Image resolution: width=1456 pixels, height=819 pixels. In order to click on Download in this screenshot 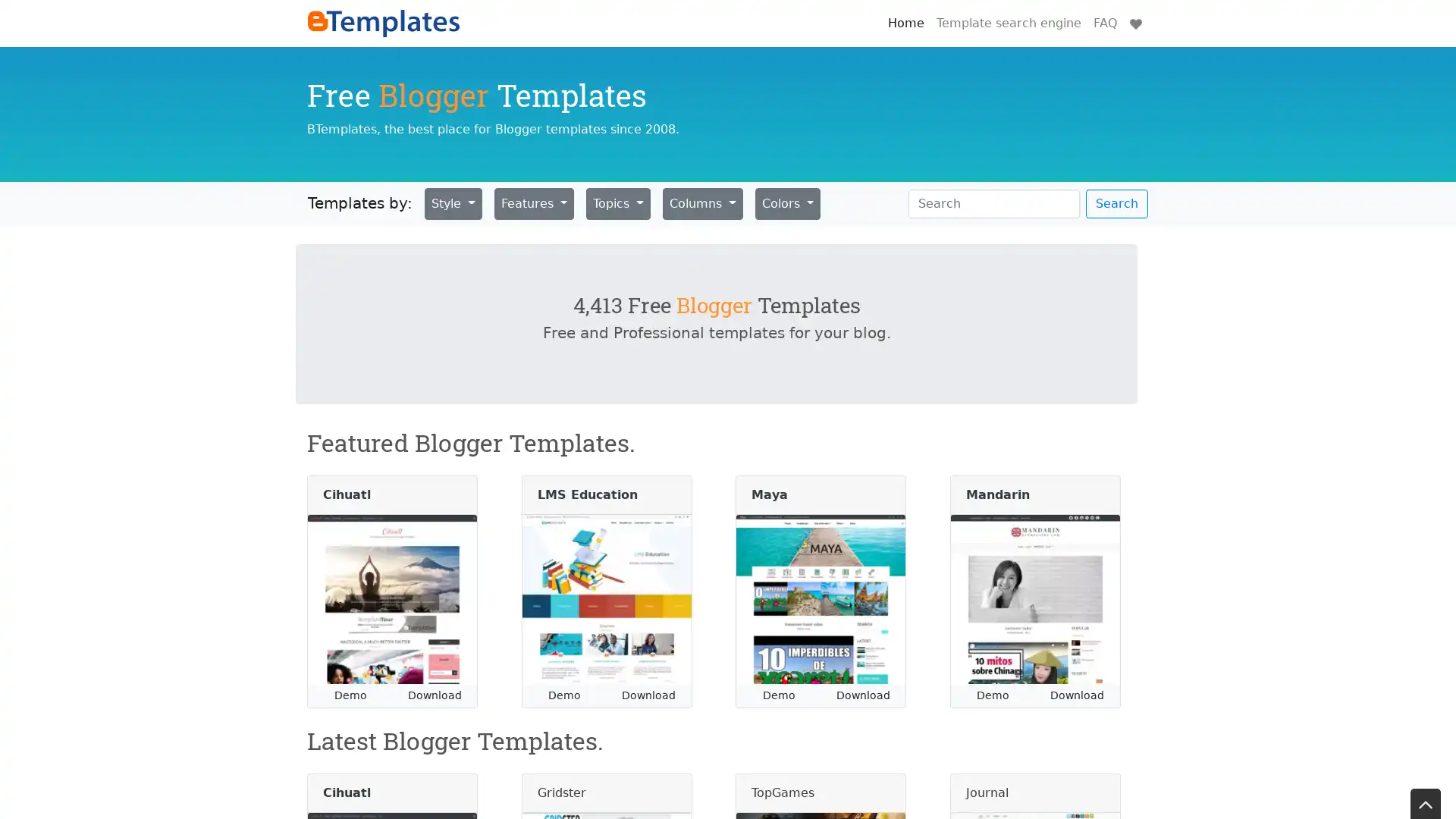, I will do `click(862, 695)`.